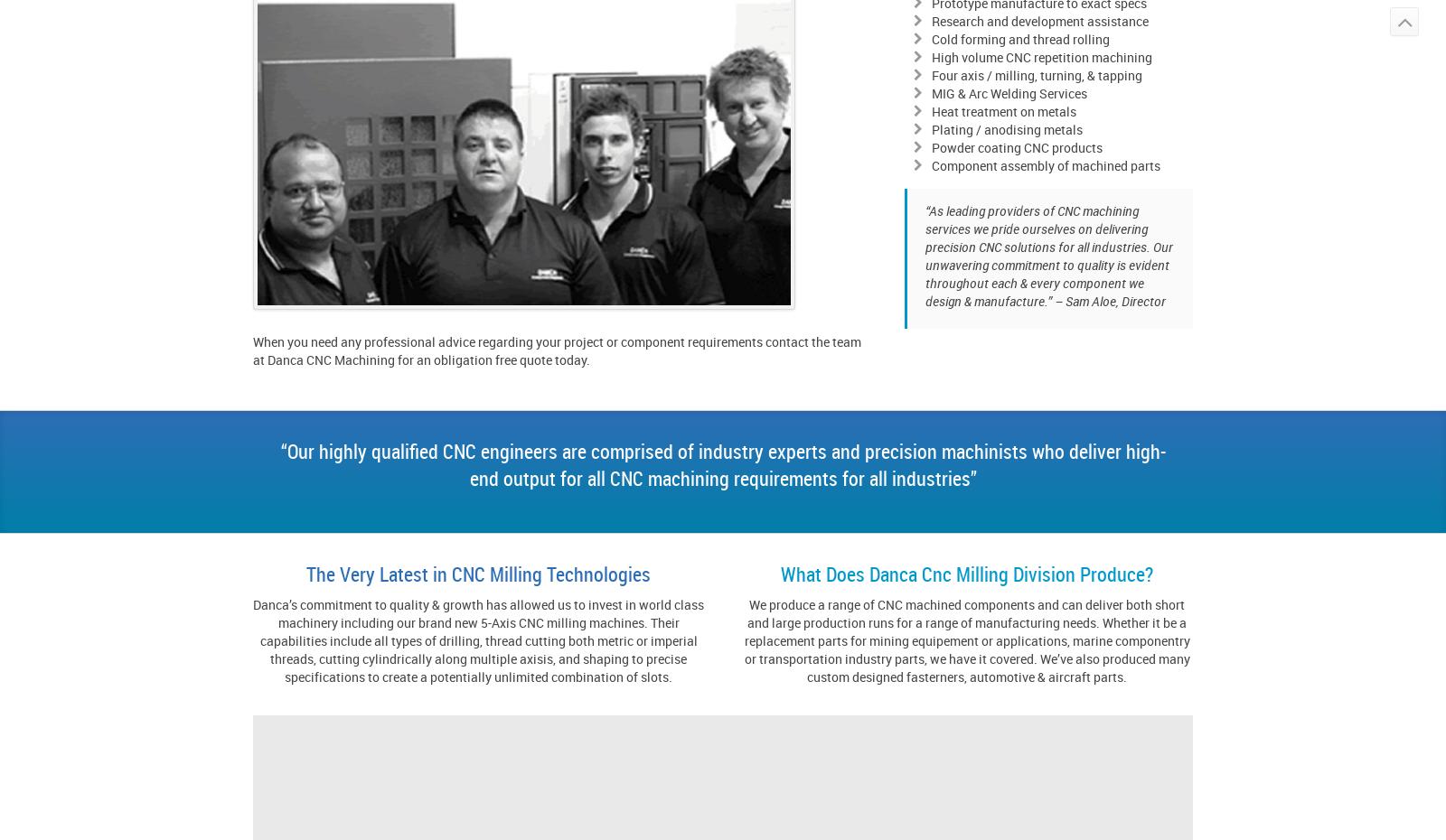  I want to click on '“As leading providers of CNC machining services we pride ourselves on delivering precision CNC solutions for all industries. Our unwavering commitment to quality is evident throughout each & every component we design & manufacture.”  – Sam Aloe, Director', so click(1048, 256).